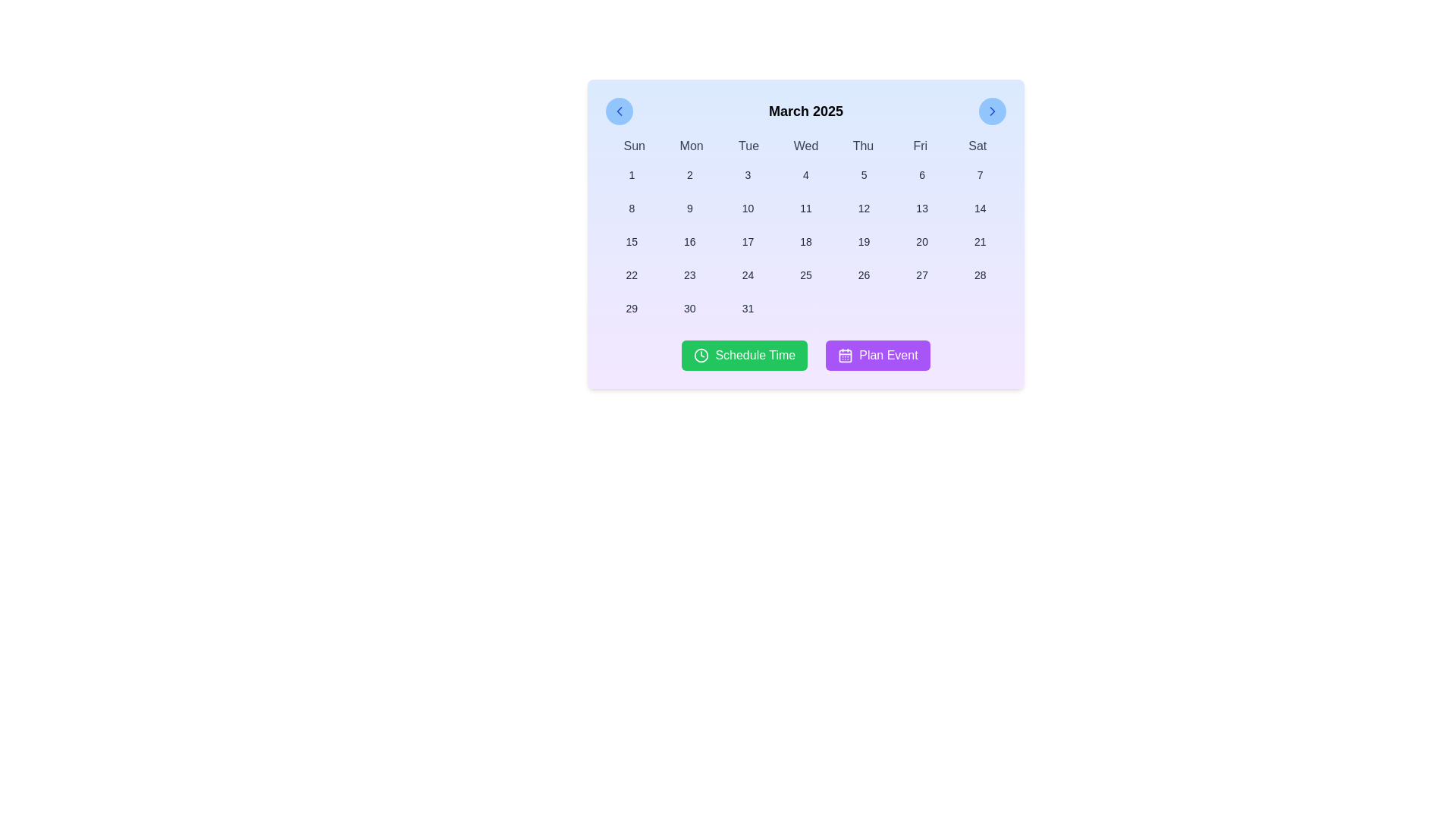  What do you see at coordinates (864, 275) in the screenshot?
I see `the button indicating the 26th day of March 2025 to trigger the hover effect` at bounding box center [864, 275].